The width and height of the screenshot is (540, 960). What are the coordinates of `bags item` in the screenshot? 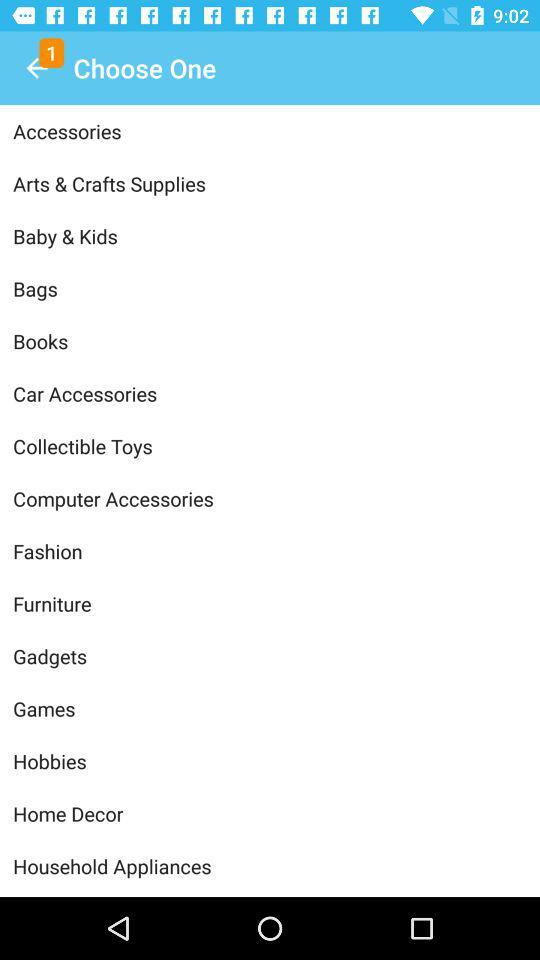 It's located at (270, 287).